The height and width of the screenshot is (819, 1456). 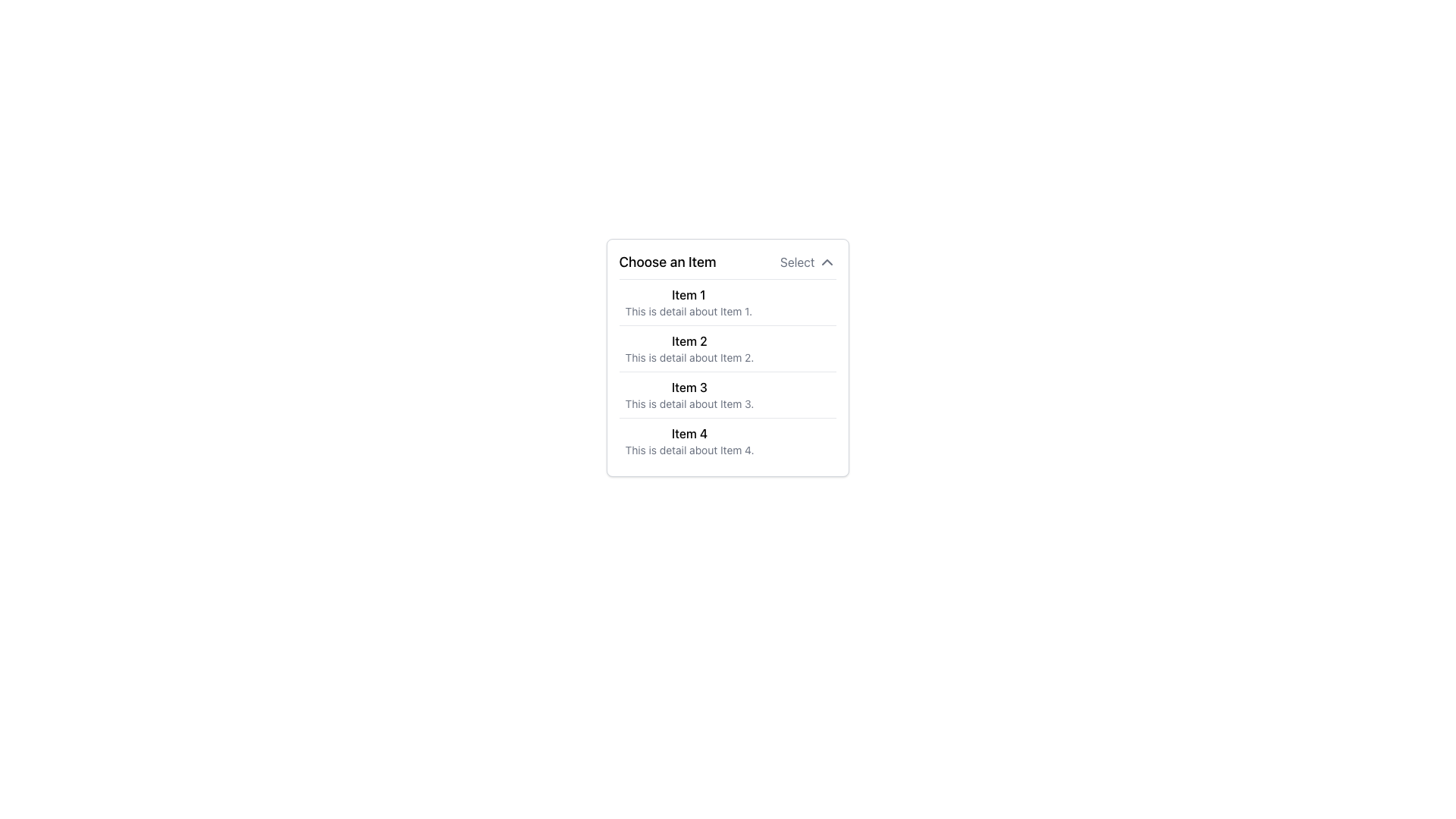 What do you see at coordinates (689, 386) in the screenshot?
I see `the text label that identifies the third item in the dropdown panel, positioned between 'Item 2' and 'Item 4'` at bounding box center [689, 386].